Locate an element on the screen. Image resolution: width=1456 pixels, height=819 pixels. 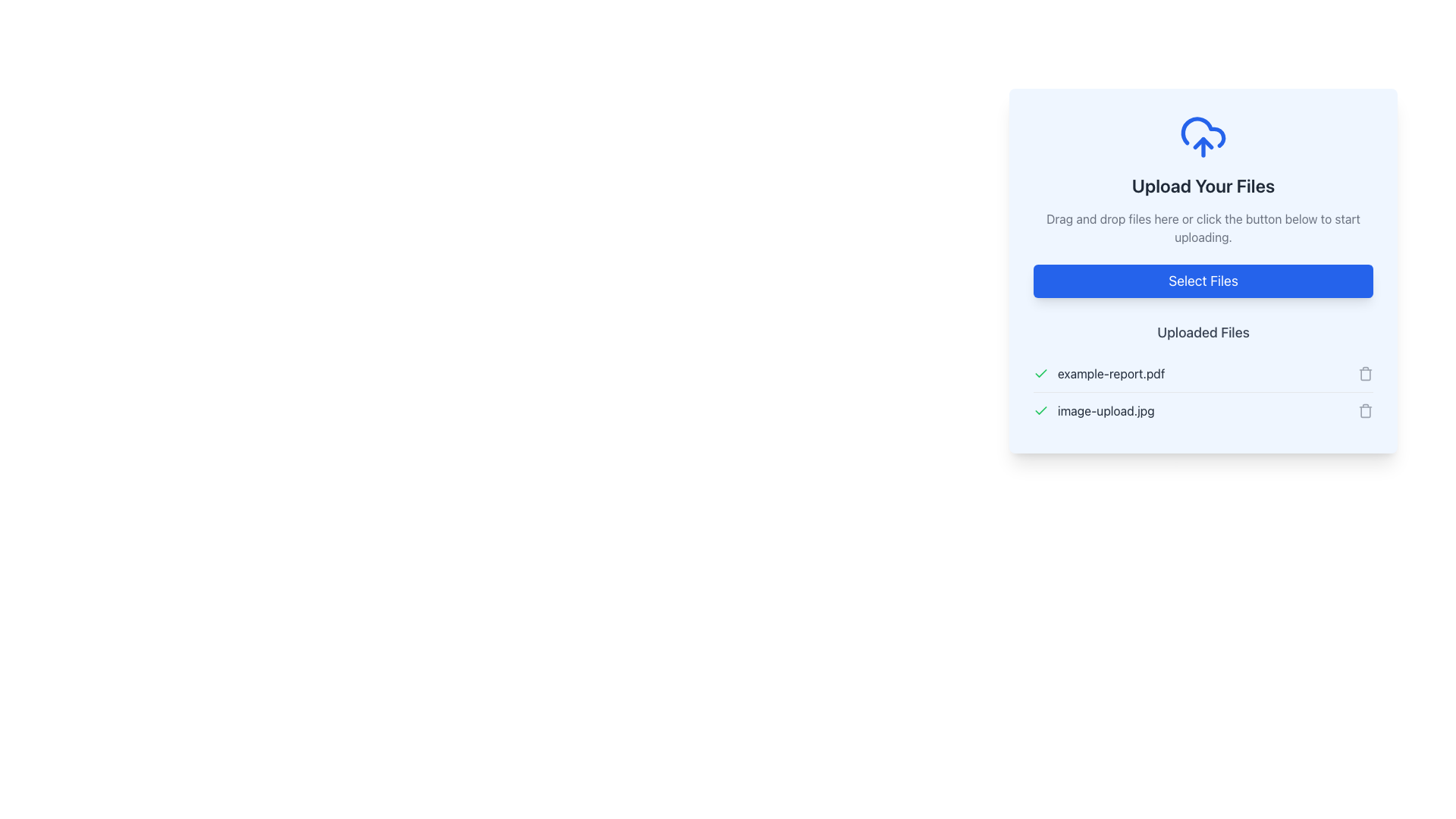
on the text label 'example-report.pdf' located in the uploaded files section, next is located at coordinates (1099, 374).